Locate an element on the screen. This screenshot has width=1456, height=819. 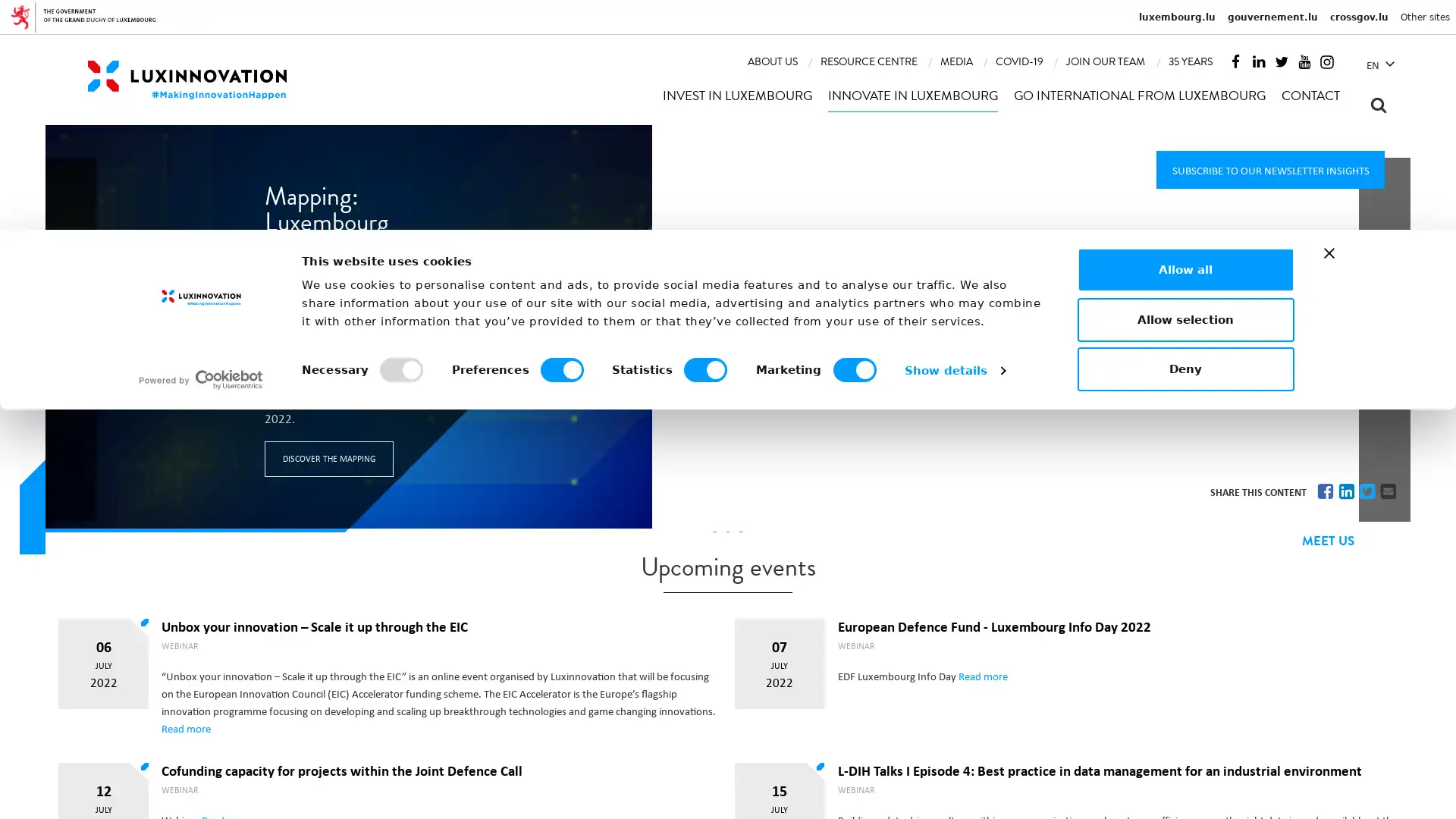
Allow selection is located at coordinates (1185, 727).